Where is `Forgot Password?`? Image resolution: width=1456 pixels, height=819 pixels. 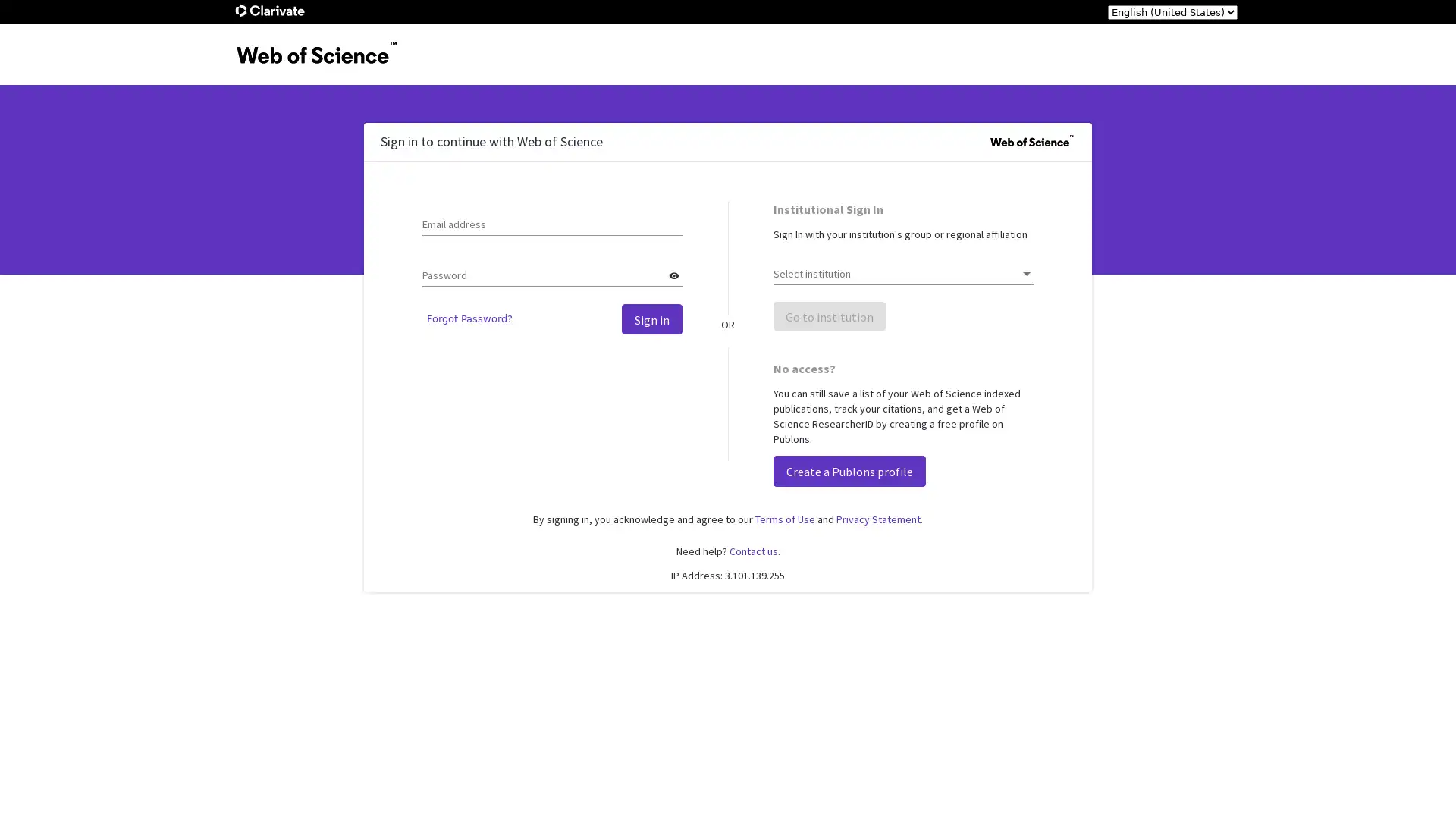
Forgot Password? is located at coordinates (468, 318).